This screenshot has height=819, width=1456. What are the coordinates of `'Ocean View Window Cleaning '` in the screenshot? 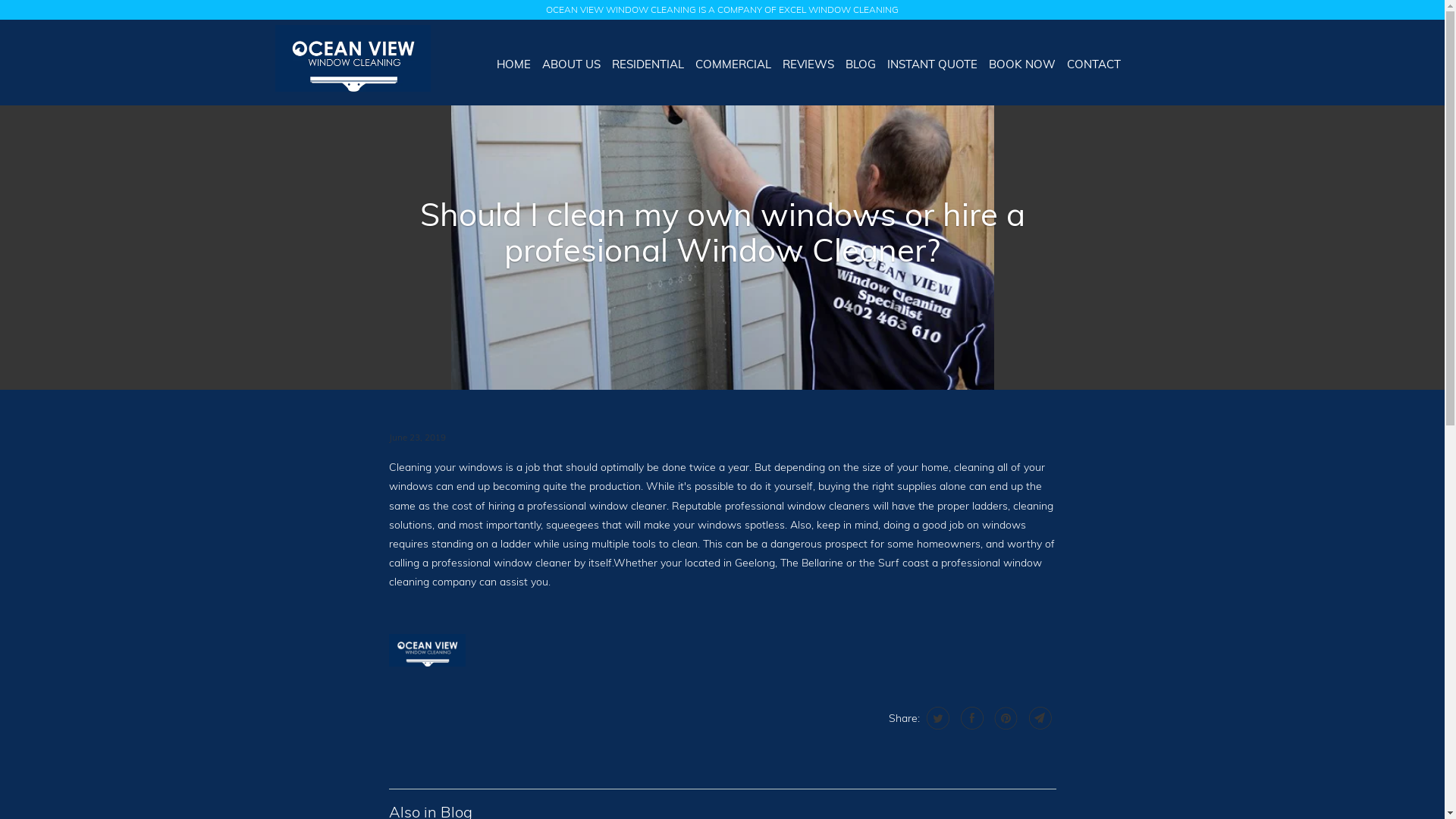 It's located at (274, 61).